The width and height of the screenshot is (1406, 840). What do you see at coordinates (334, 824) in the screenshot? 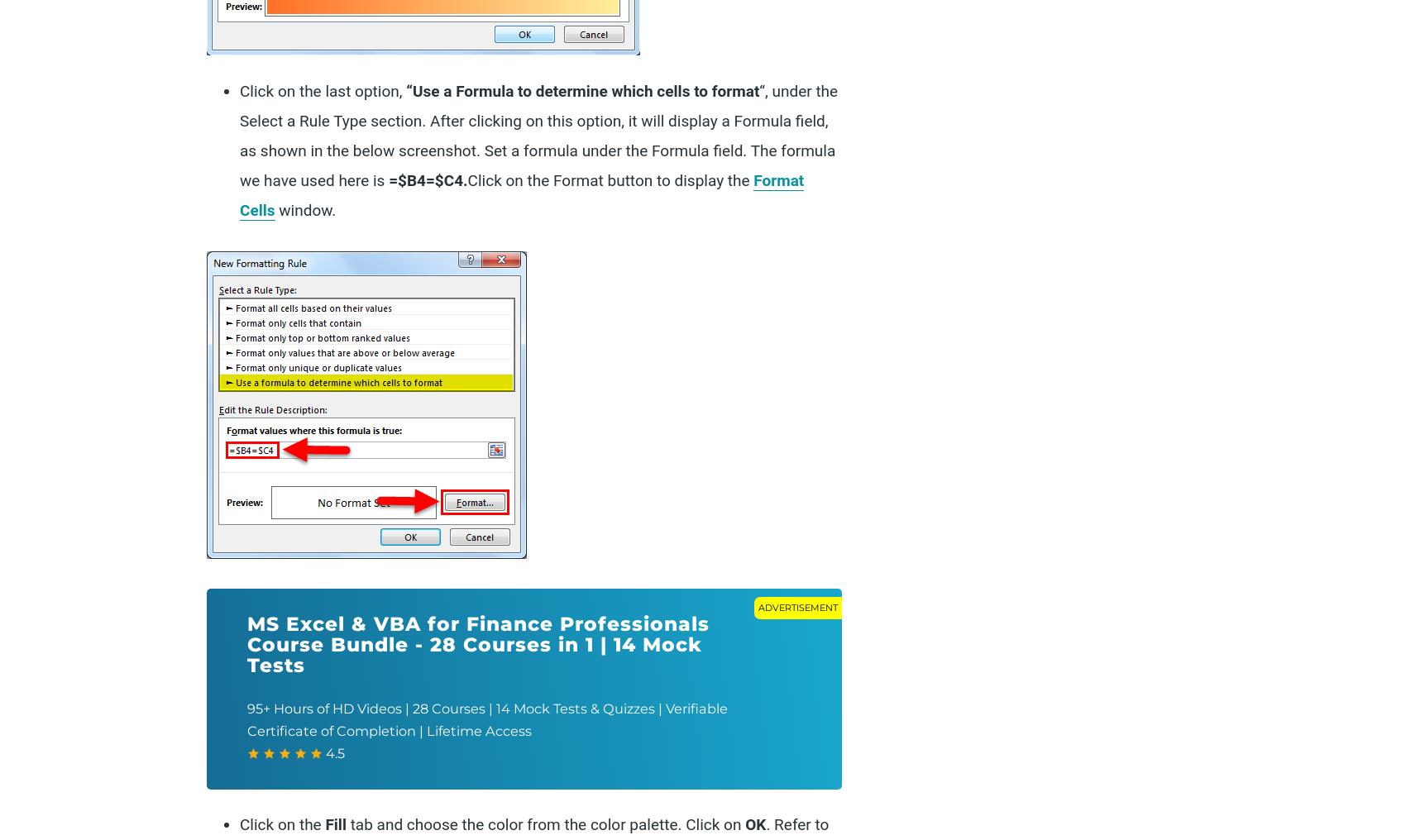
I see `'Fill'` at bounding box center [334, 824].